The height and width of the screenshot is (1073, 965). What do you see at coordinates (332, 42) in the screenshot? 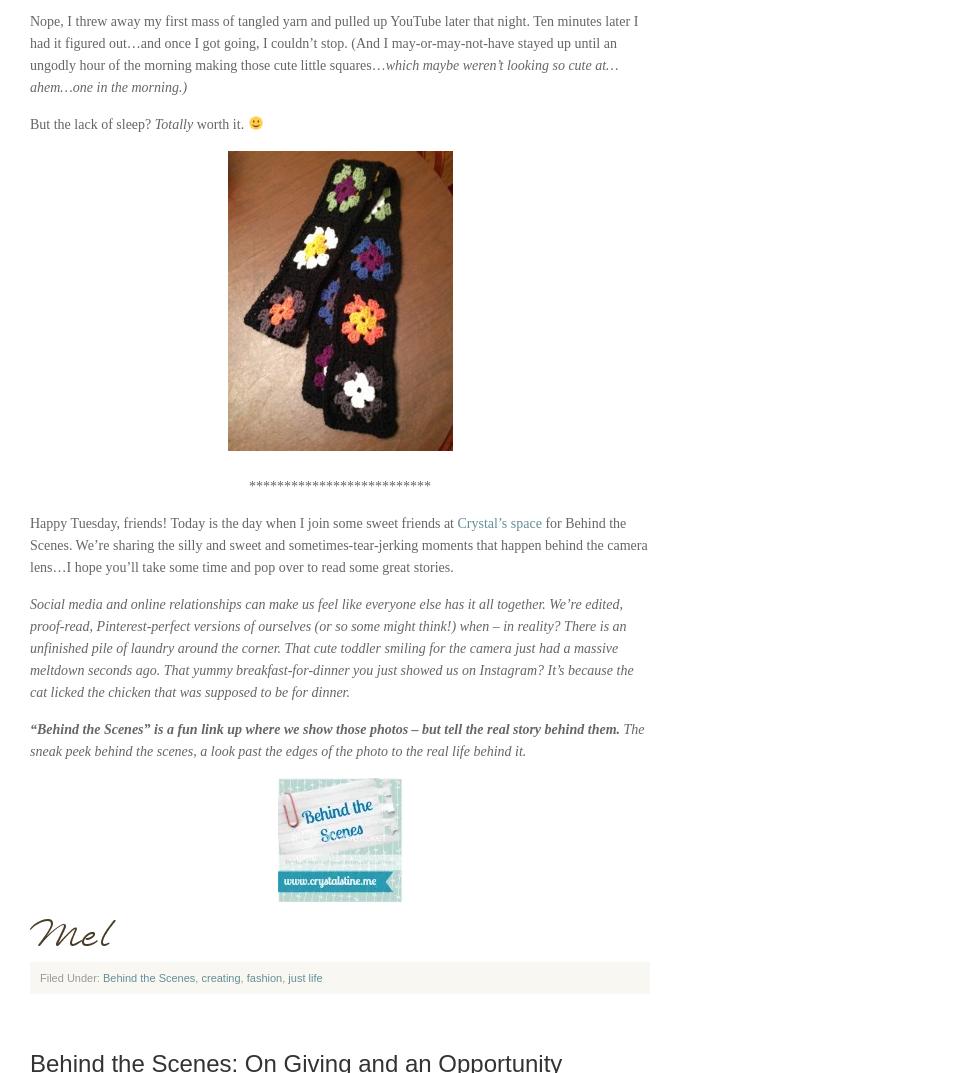
I see `'Nope, I threw away my first mass of tangled yarn and pulled up YouTube later that night. Ten minutes later I had it figured out…and once I got going, I couldn’t stop. (And I may-or-may-not-have stayed up until an ungodly hour of the morning making those cute little squares…'` at bounding box center [332, 42].